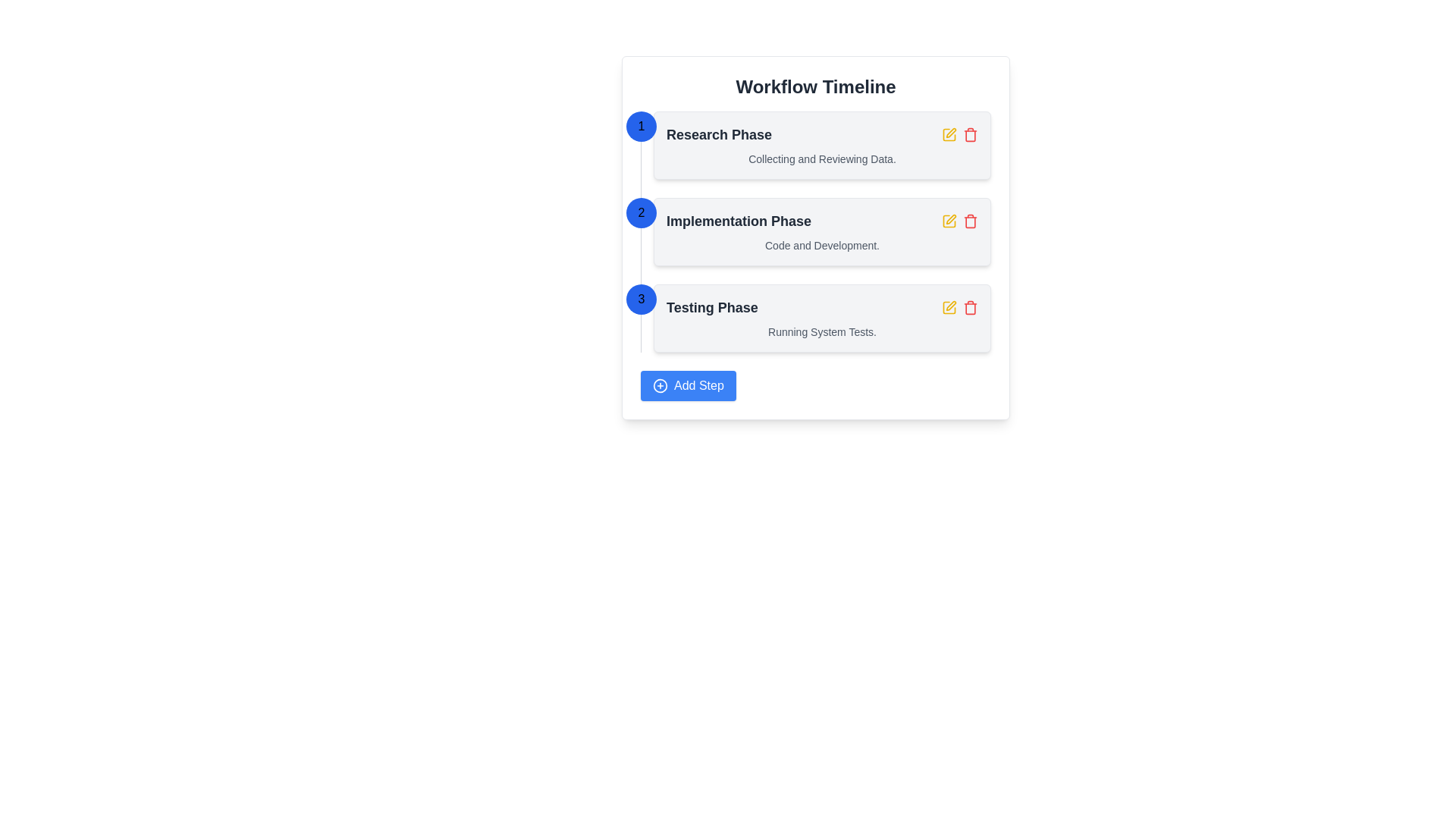 This screenshot has width=1456, height=819. I want to click on the trash bin icon located in the top-right corner of the 'Implementation Phase' control panel, so click(959, 221).